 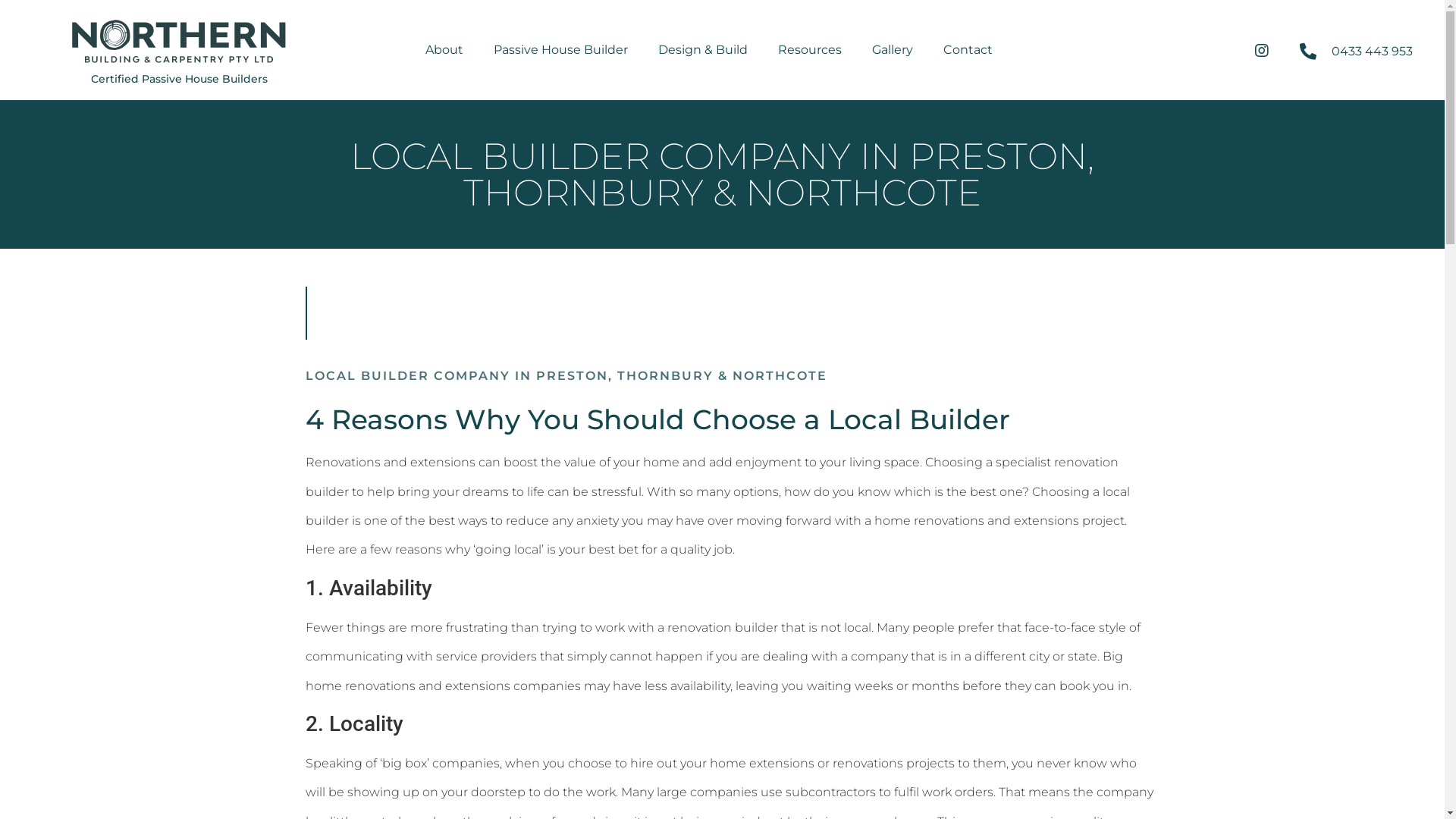 What do you see at coordinates (560, 49) in the screenshot?
I see `'Passive House Builder'` at bounding box center [560, 49].